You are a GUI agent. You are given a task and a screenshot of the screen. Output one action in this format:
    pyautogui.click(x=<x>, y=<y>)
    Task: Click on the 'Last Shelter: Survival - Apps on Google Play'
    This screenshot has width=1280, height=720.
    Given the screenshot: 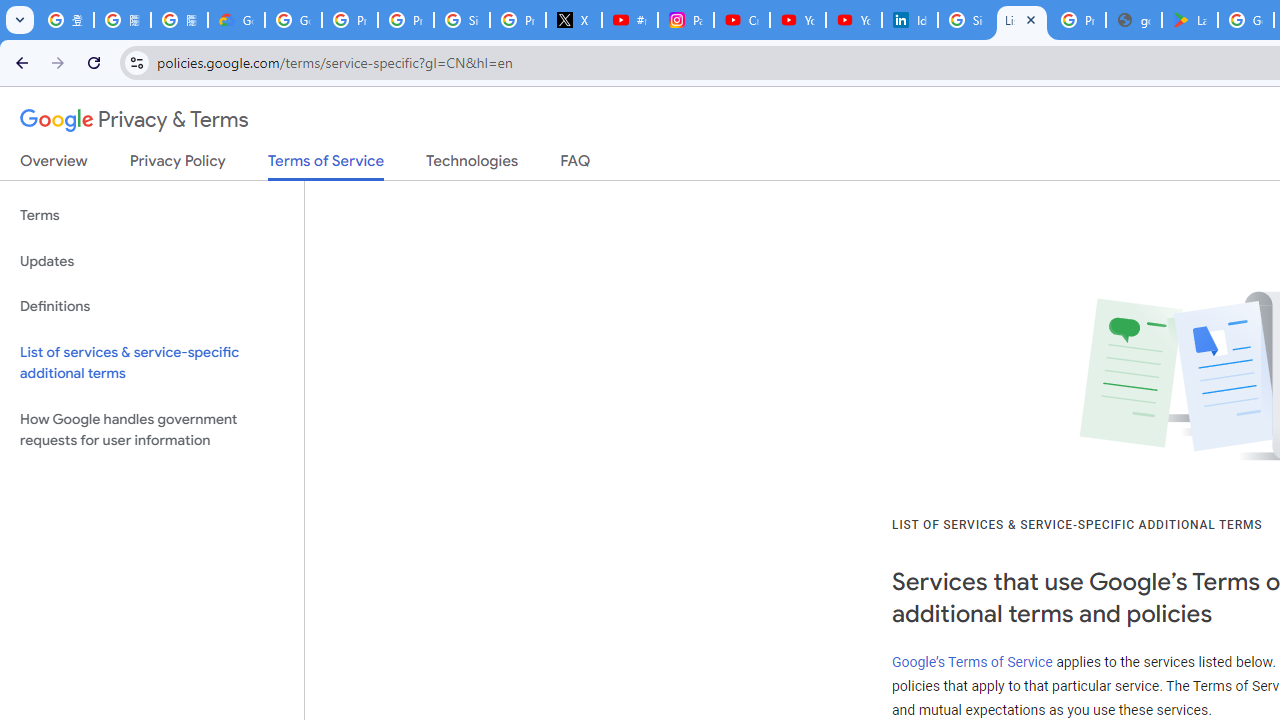 What is the action you would take?
    pyautogui.click(x=1190, y=20)
    